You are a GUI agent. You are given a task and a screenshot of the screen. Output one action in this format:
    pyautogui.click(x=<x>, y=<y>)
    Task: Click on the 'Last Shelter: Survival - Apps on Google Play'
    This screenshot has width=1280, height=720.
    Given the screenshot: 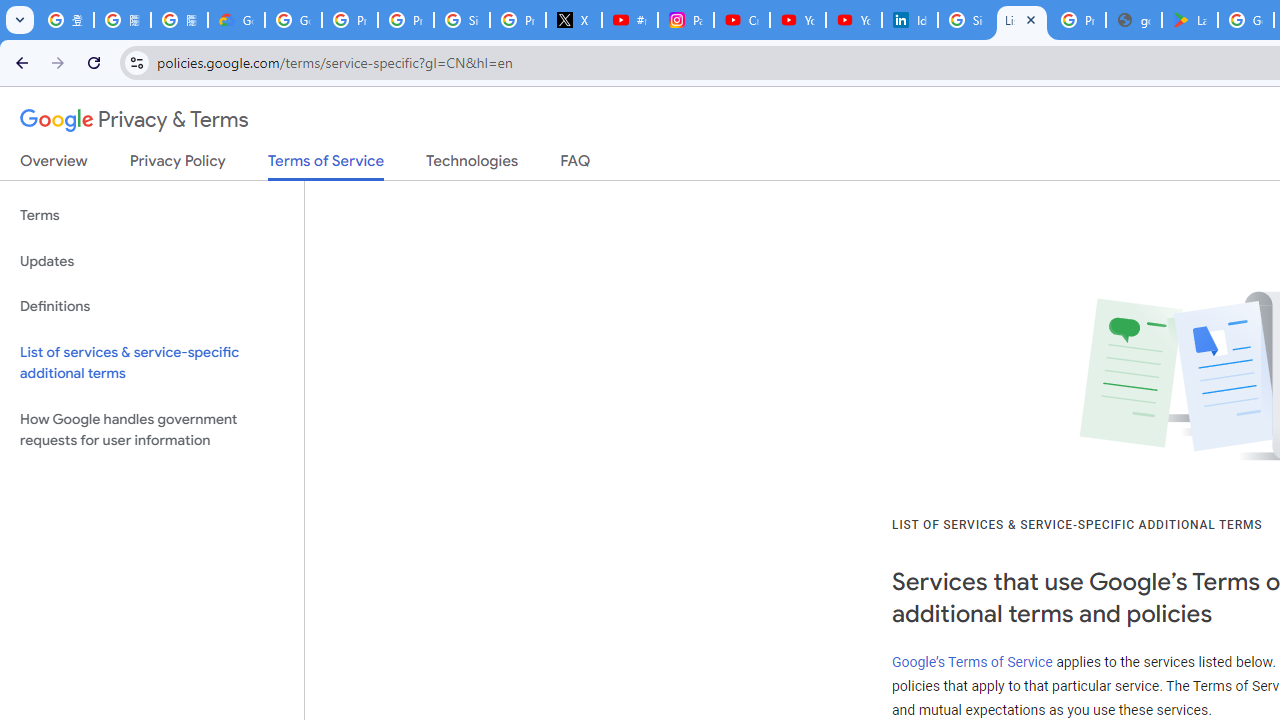 What is the action you would take?
    pyautogui.click(x=1190, y=20)
    